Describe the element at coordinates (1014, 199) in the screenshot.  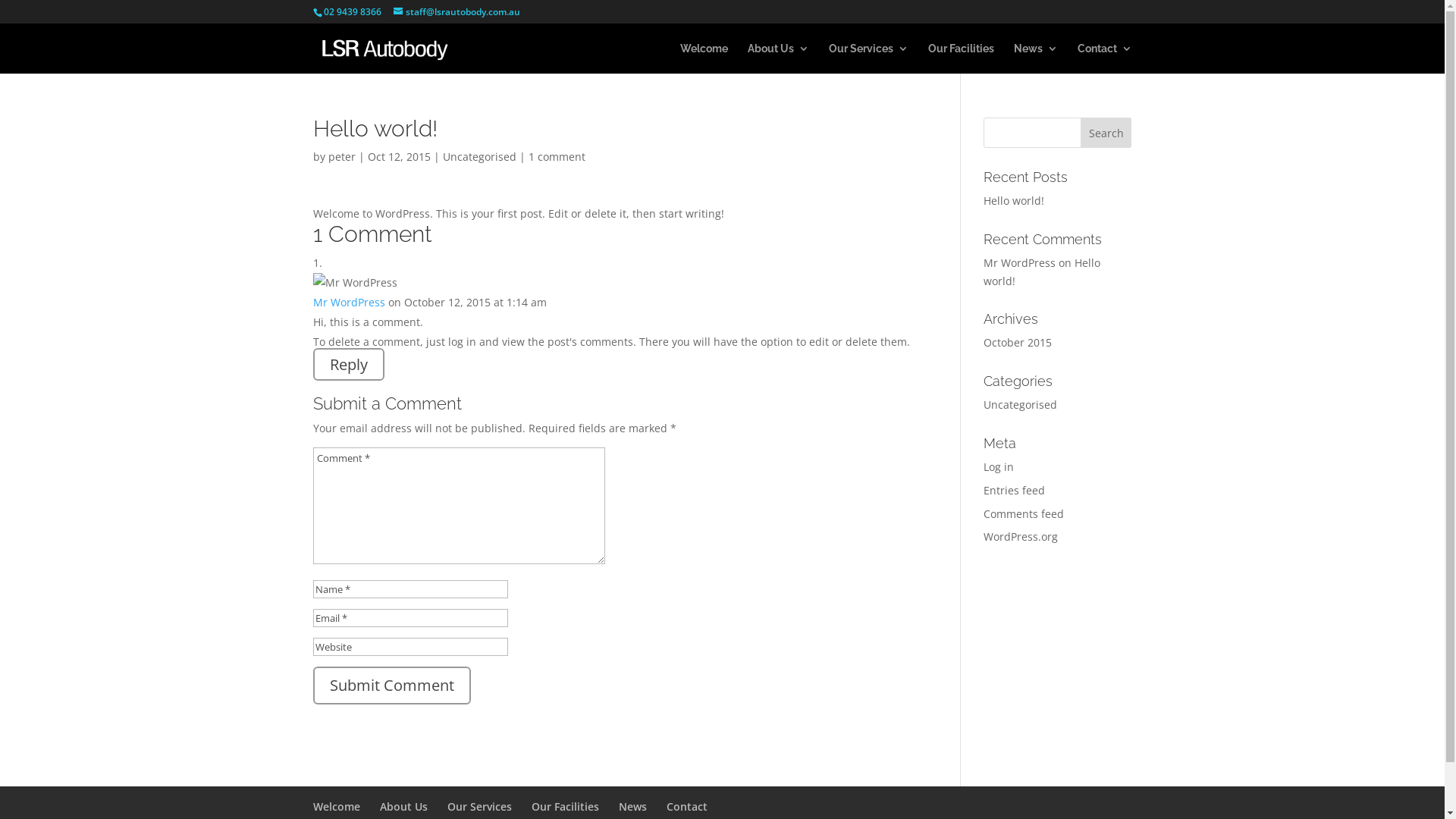
I see `'Hello world!'` at that location.